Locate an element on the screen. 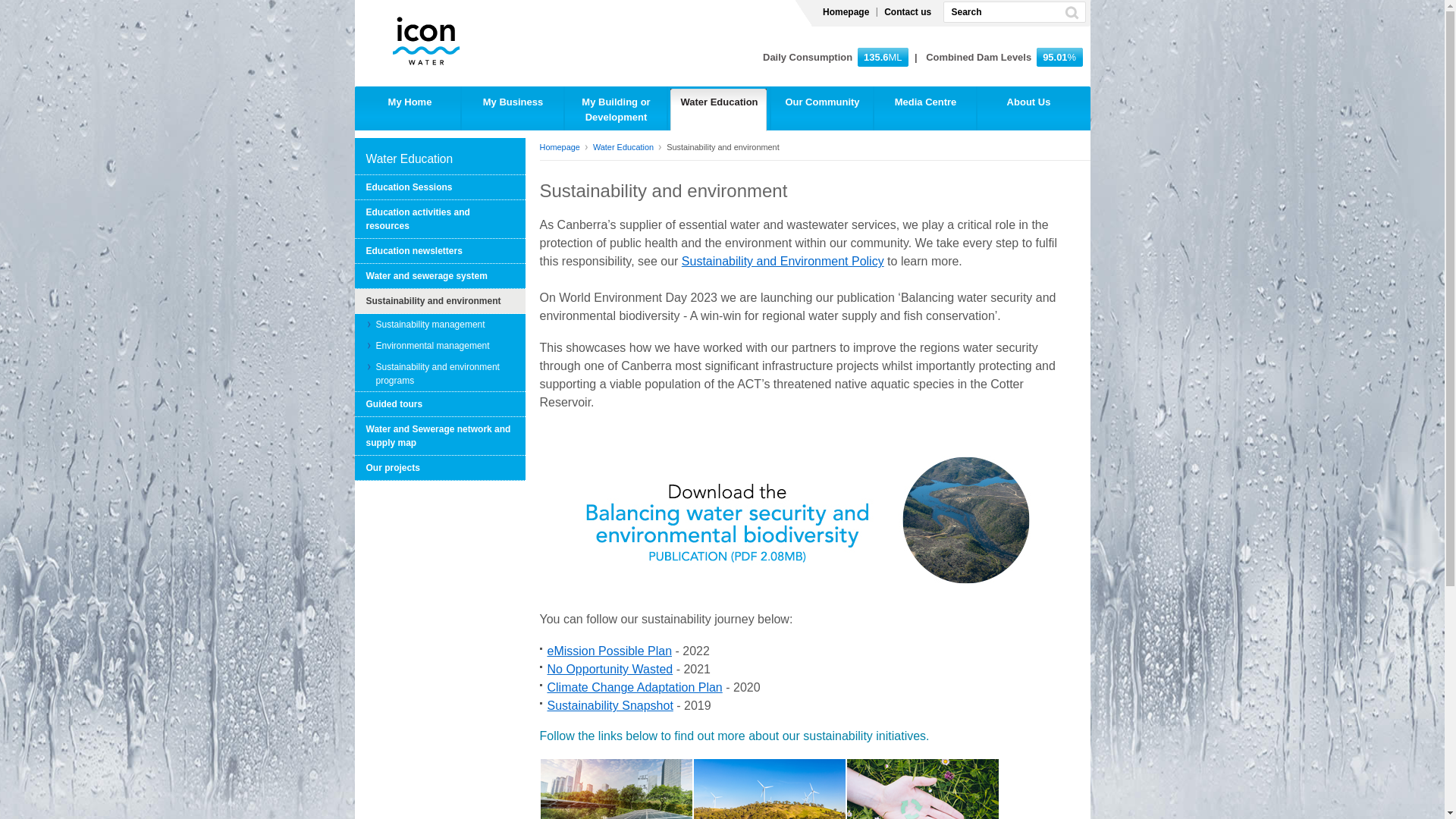 This screenshot has width=1456, height=819. 'Sustainability Snapshot' is located at coordinates (610, 705).